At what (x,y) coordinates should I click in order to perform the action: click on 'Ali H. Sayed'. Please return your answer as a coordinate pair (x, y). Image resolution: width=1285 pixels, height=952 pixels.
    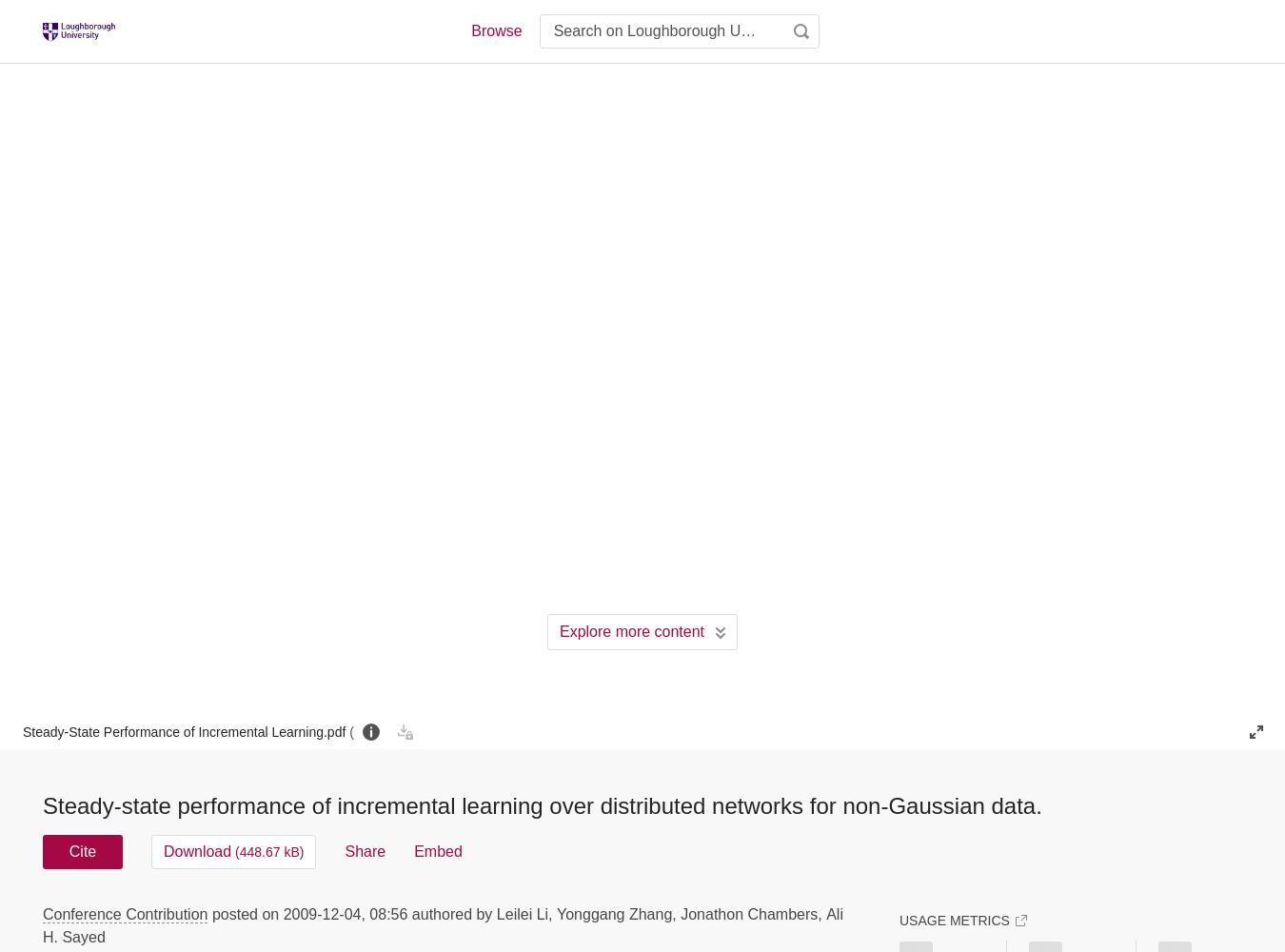
    Looking at the image, I should click on (441, 923).